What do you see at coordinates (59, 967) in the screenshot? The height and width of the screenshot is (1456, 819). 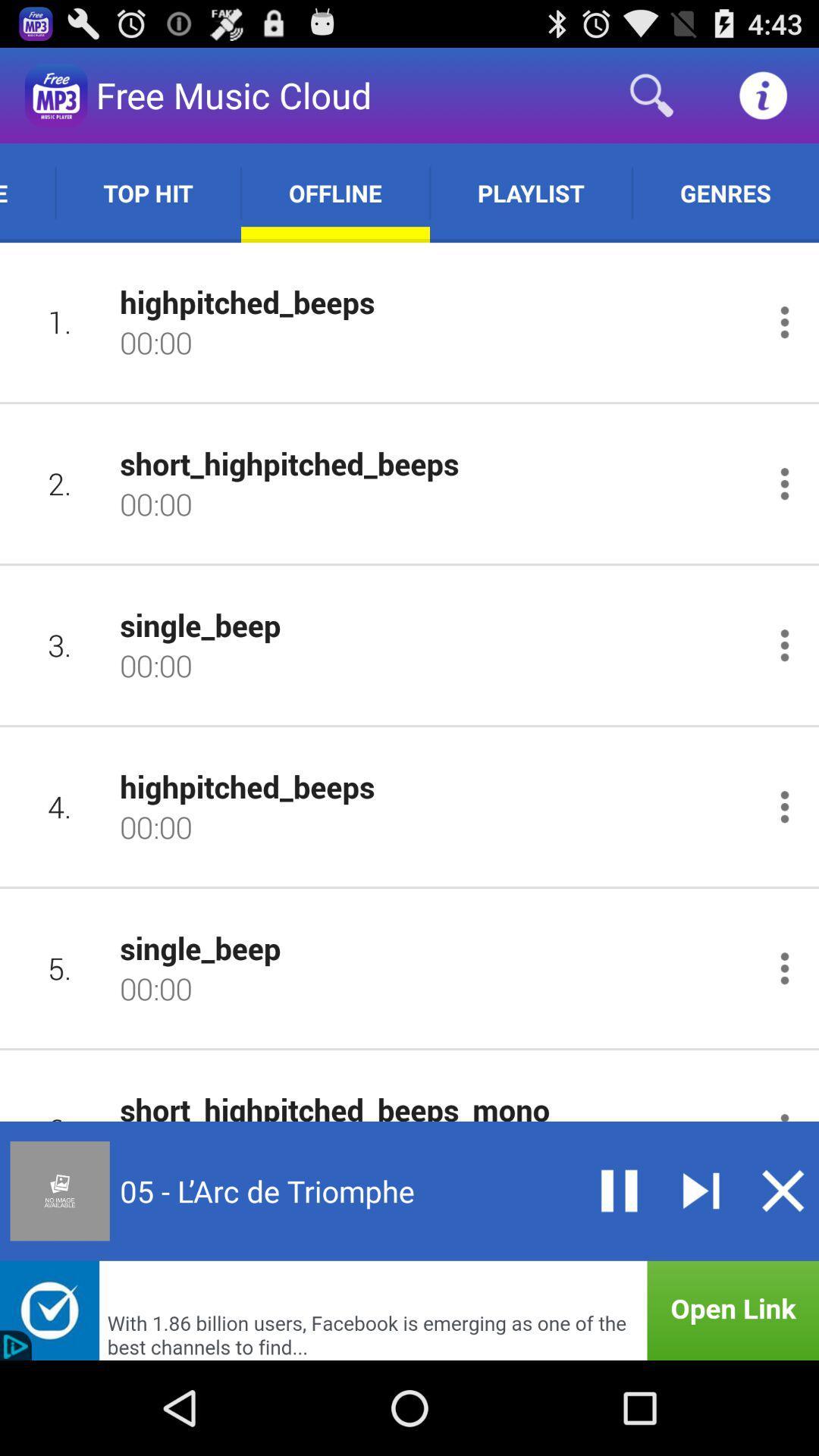 I see `the icon below the 4. icon` at bounding box center [59, 967].